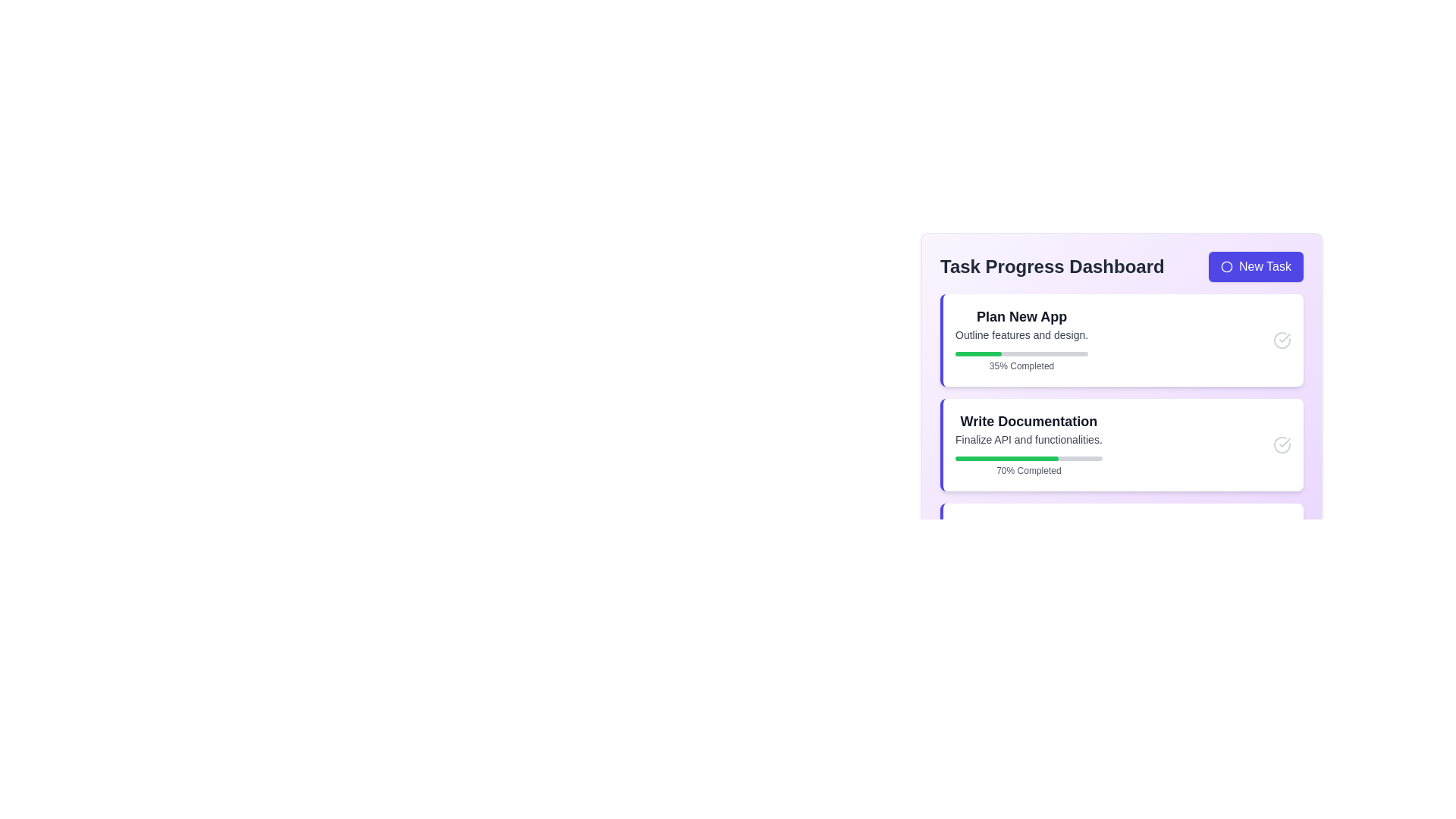 The width and height of the screenshot is (1456, 819). I want to click on the 'New Task' button, which contains a circular icon on its left side, so click(1226, 265).